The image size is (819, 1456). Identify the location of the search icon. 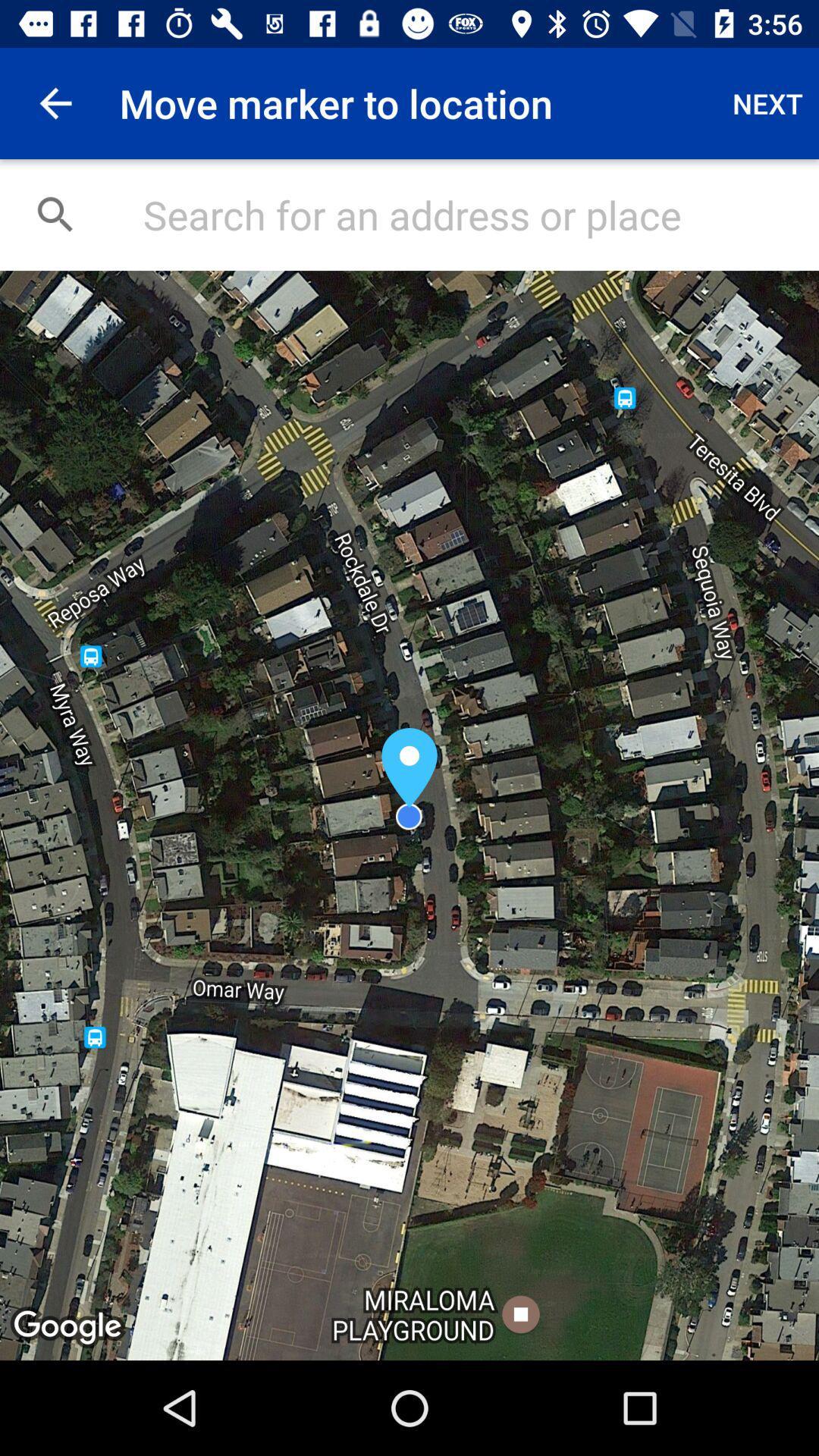
(55, 214).